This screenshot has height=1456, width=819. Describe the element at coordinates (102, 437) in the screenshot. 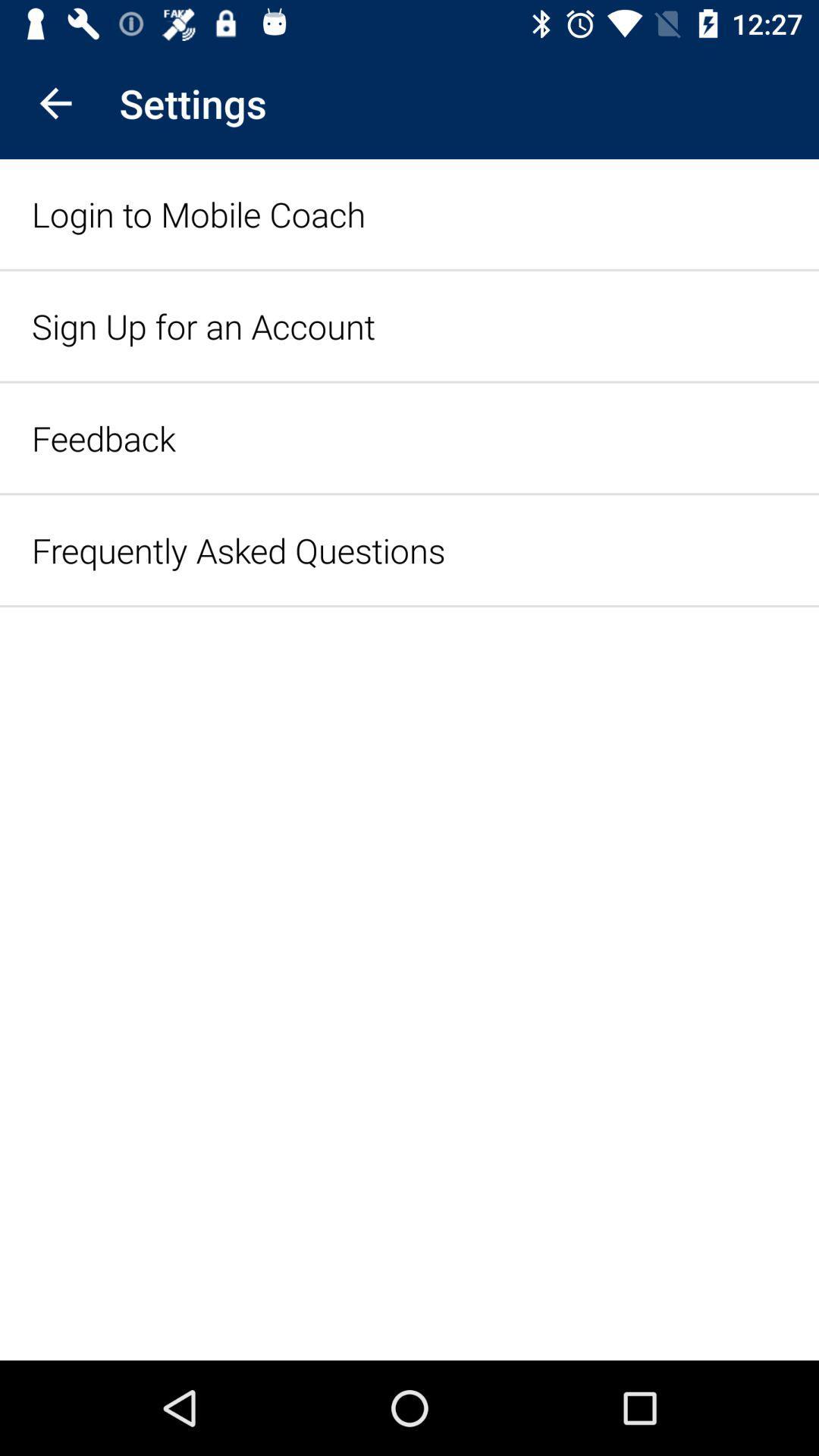

I see `feedback` at that location.